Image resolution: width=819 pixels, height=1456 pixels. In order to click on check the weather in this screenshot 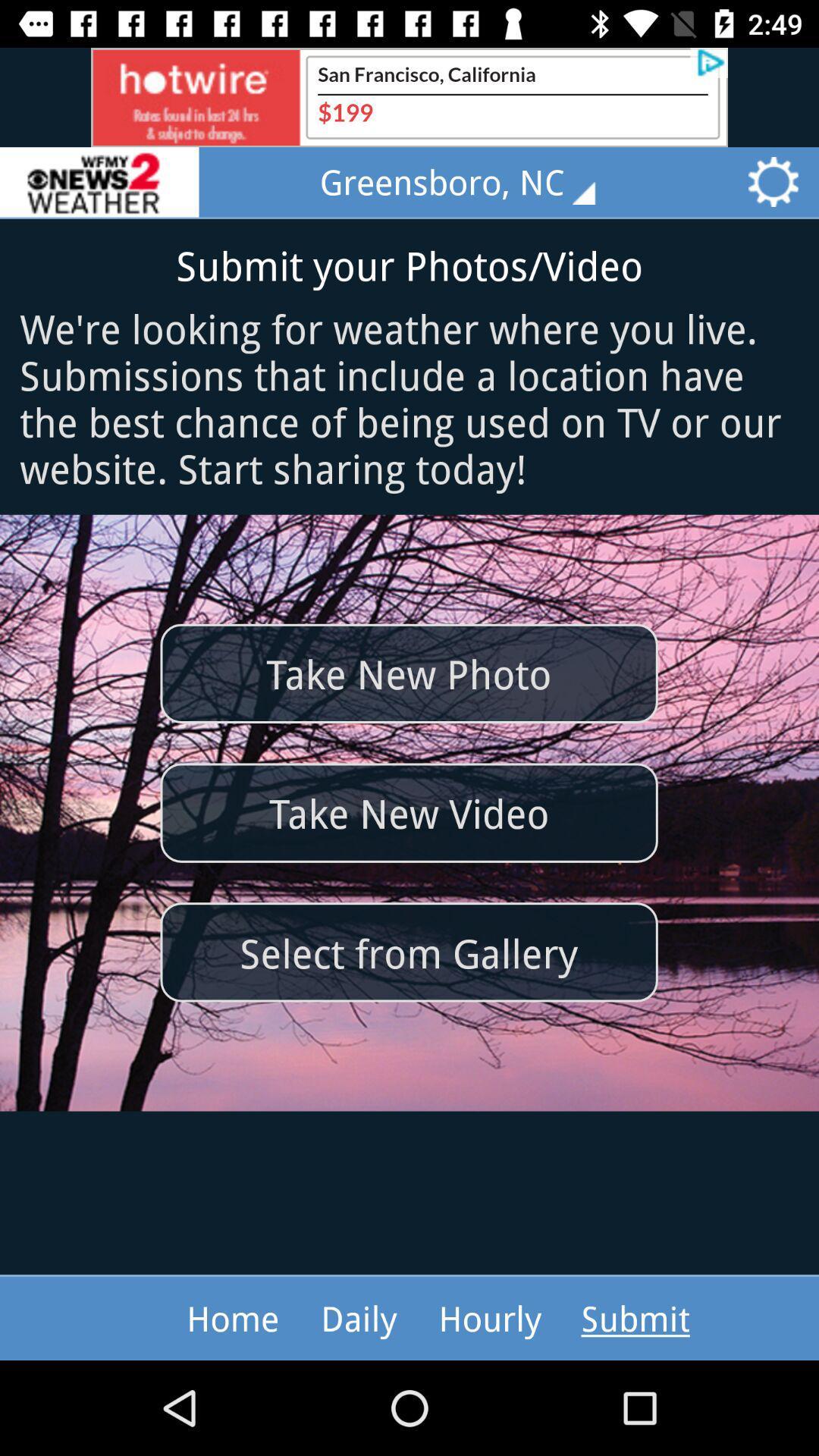, I will do `click(99, 182)`.